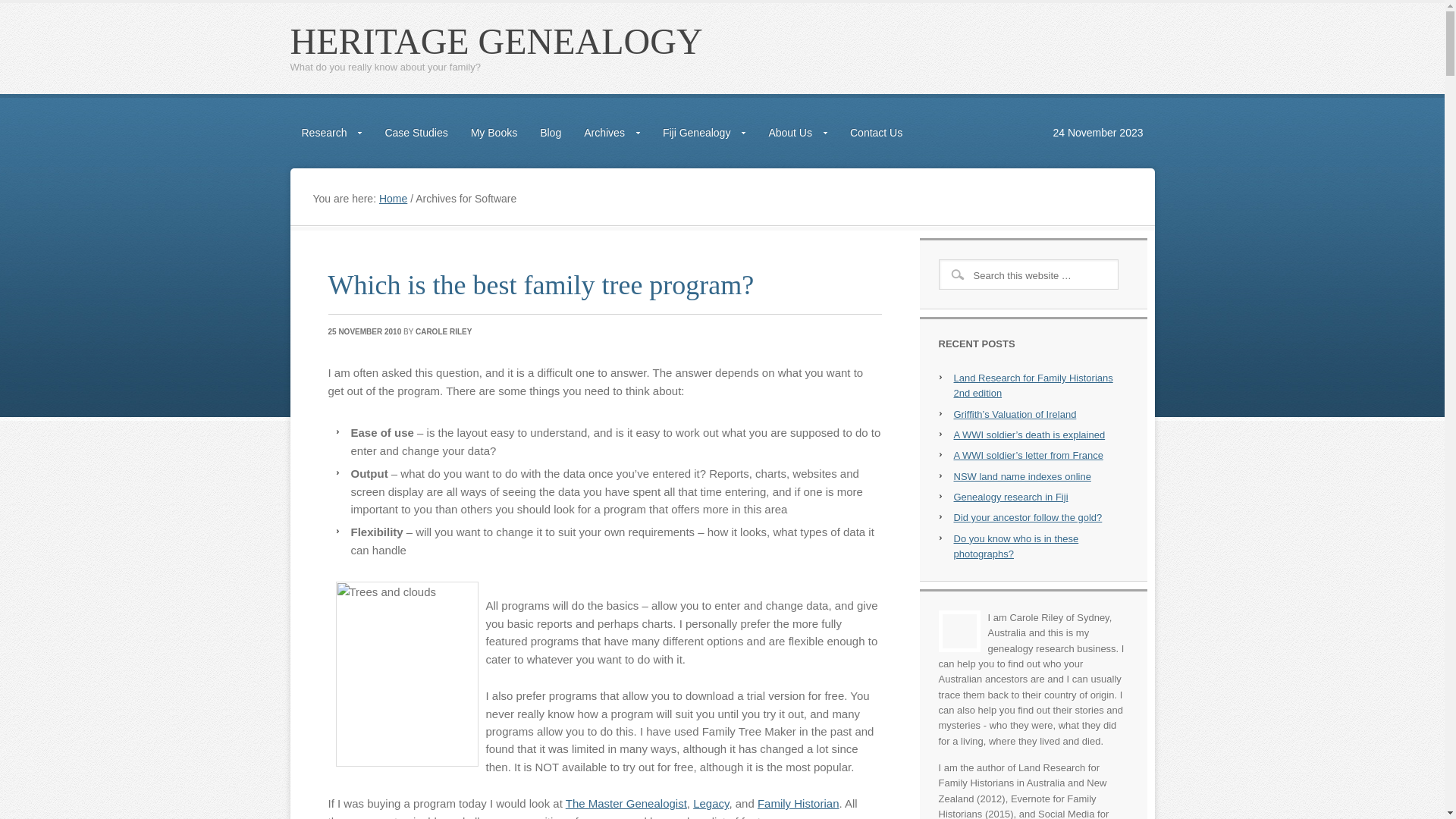  I want to click on 'My Books', so click(494, 132).